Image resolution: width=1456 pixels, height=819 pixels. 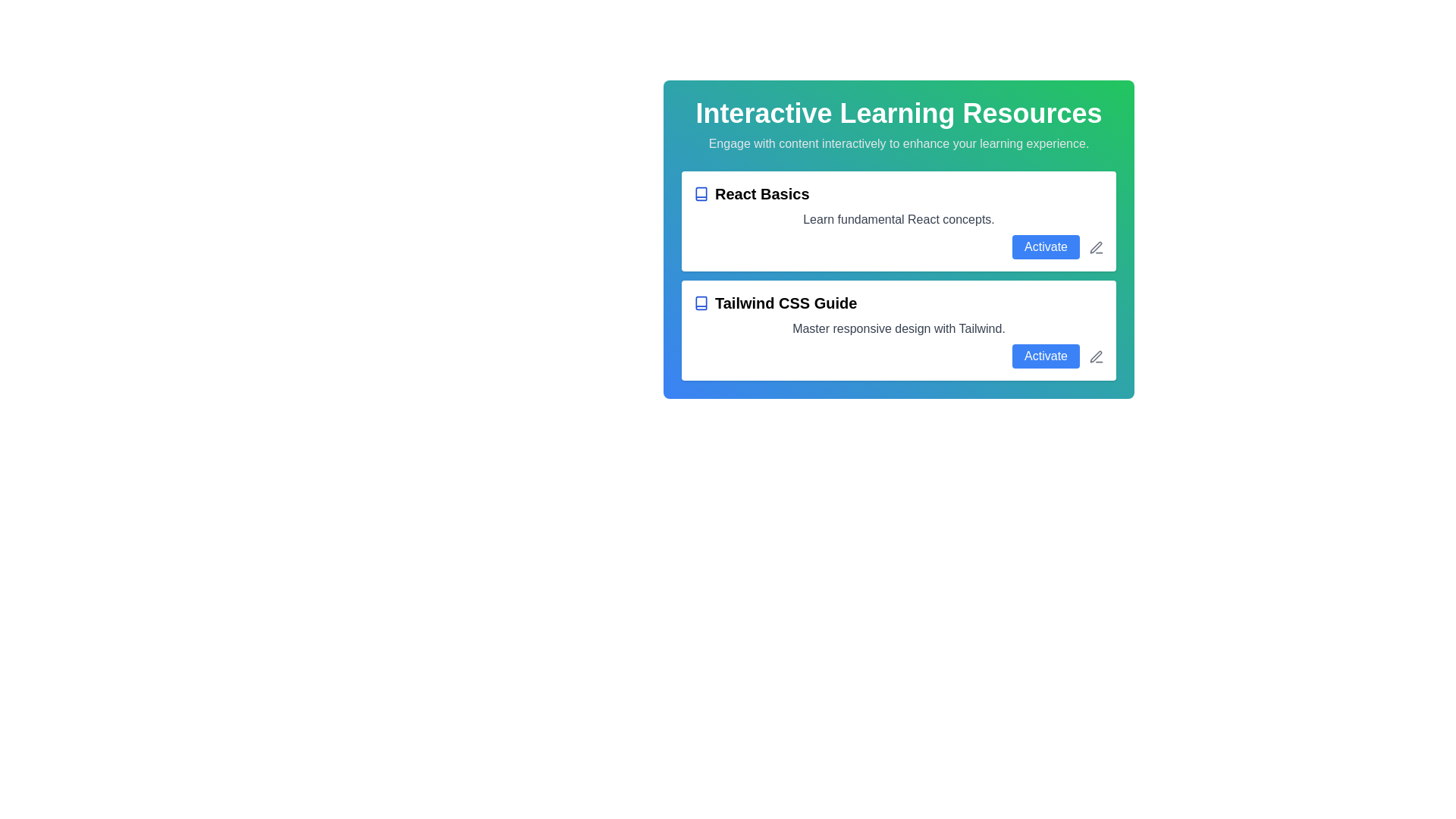 What do you see at coordinates (1096, 356) in the screenshot?
I see `the pen icon located in the second row of the interactive panel, to the right of the 'Activate' button for the 'Tailwind CSS Guide' card` at bounding box center [1096, 356].